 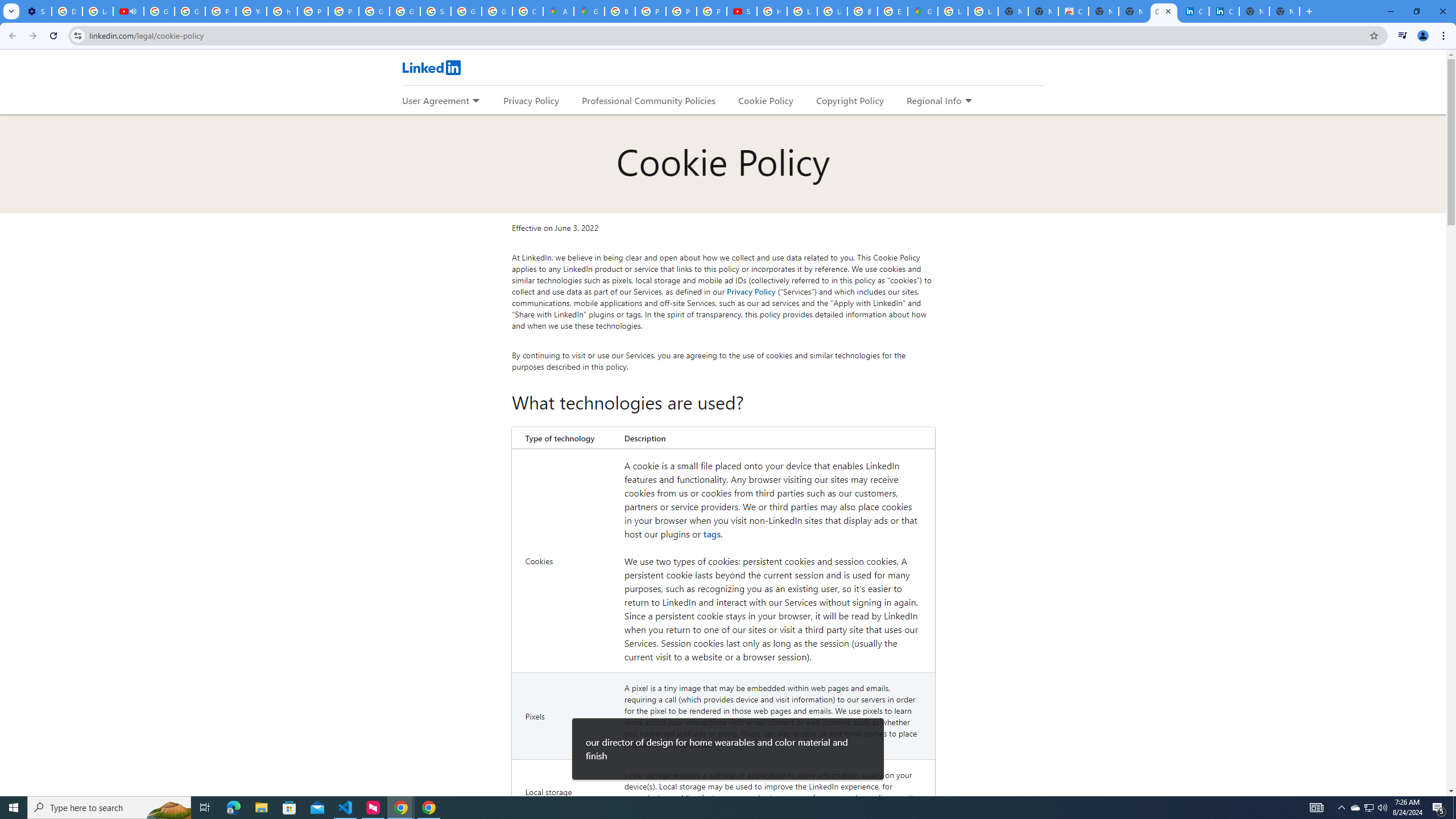 What do you see at coordinates (435, 100) in the screenshot?
I see `'User Agreement'` at bounding box center [435, 100].